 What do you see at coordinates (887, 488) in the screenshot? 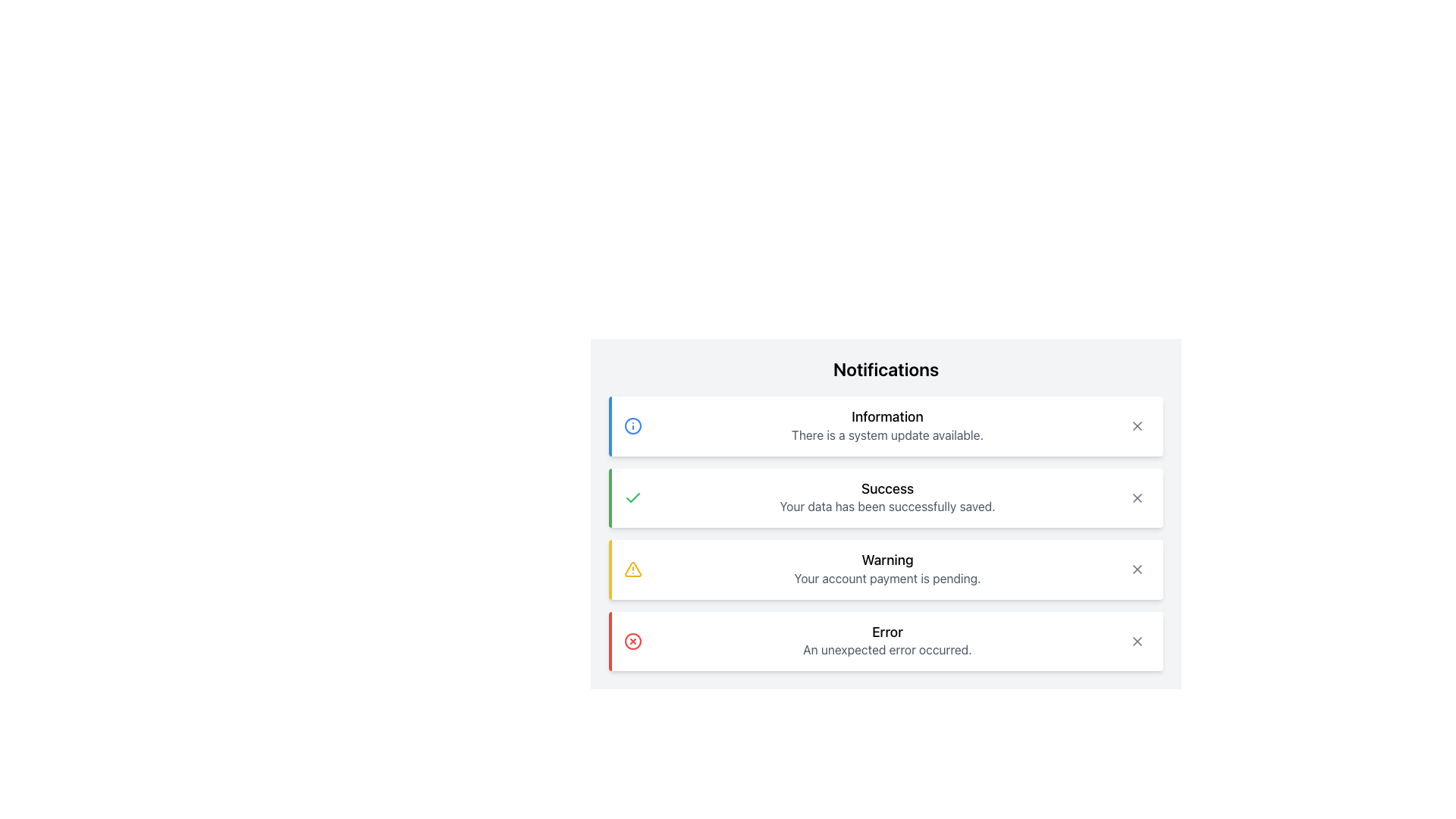
I see `the 'Success' notification title Text Label located in the second notification card under the 'Notifications' heading` at bounding box center [887, 488].